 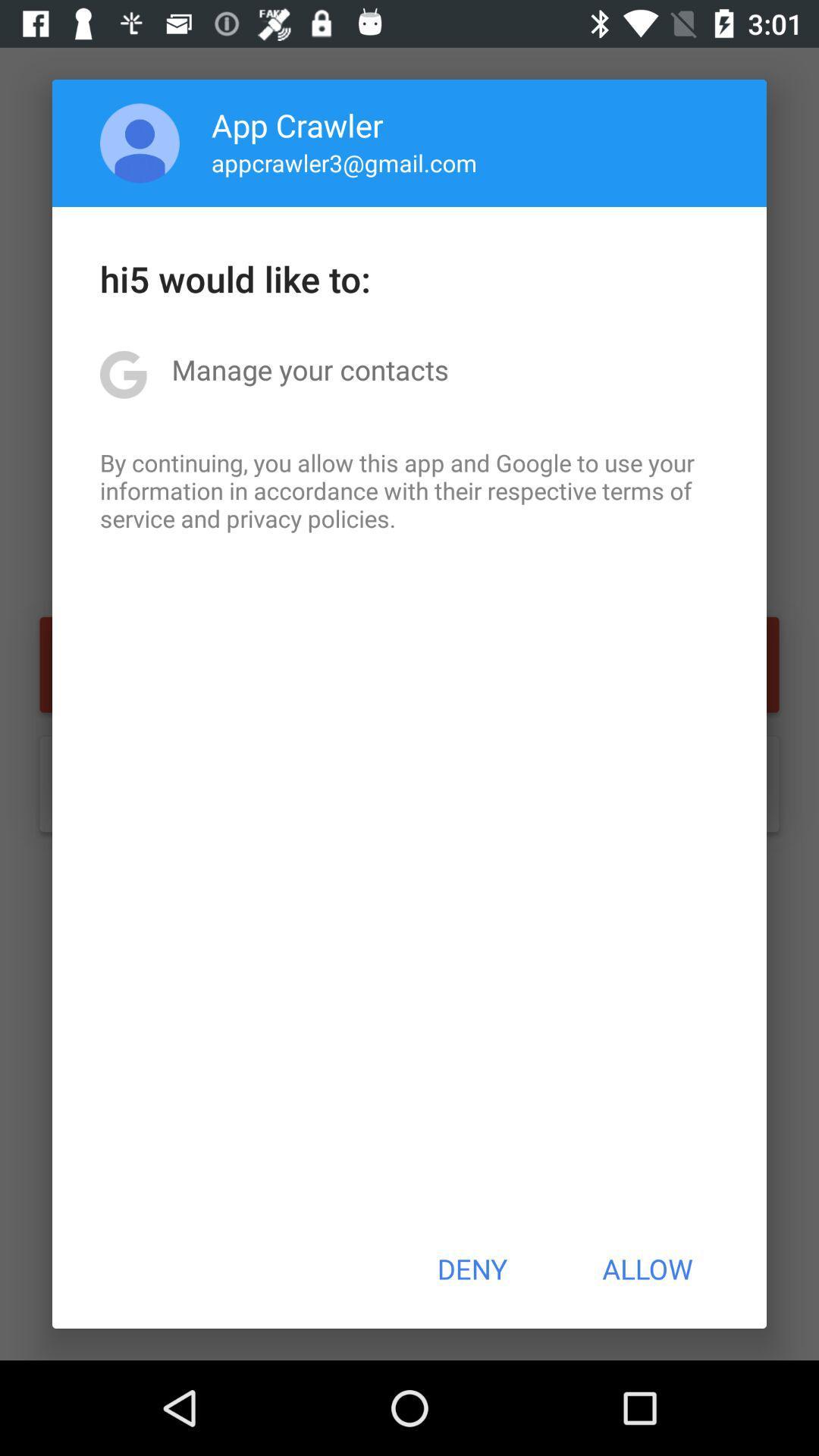 I want to click on the app crawler, so click(x=297, y=124).